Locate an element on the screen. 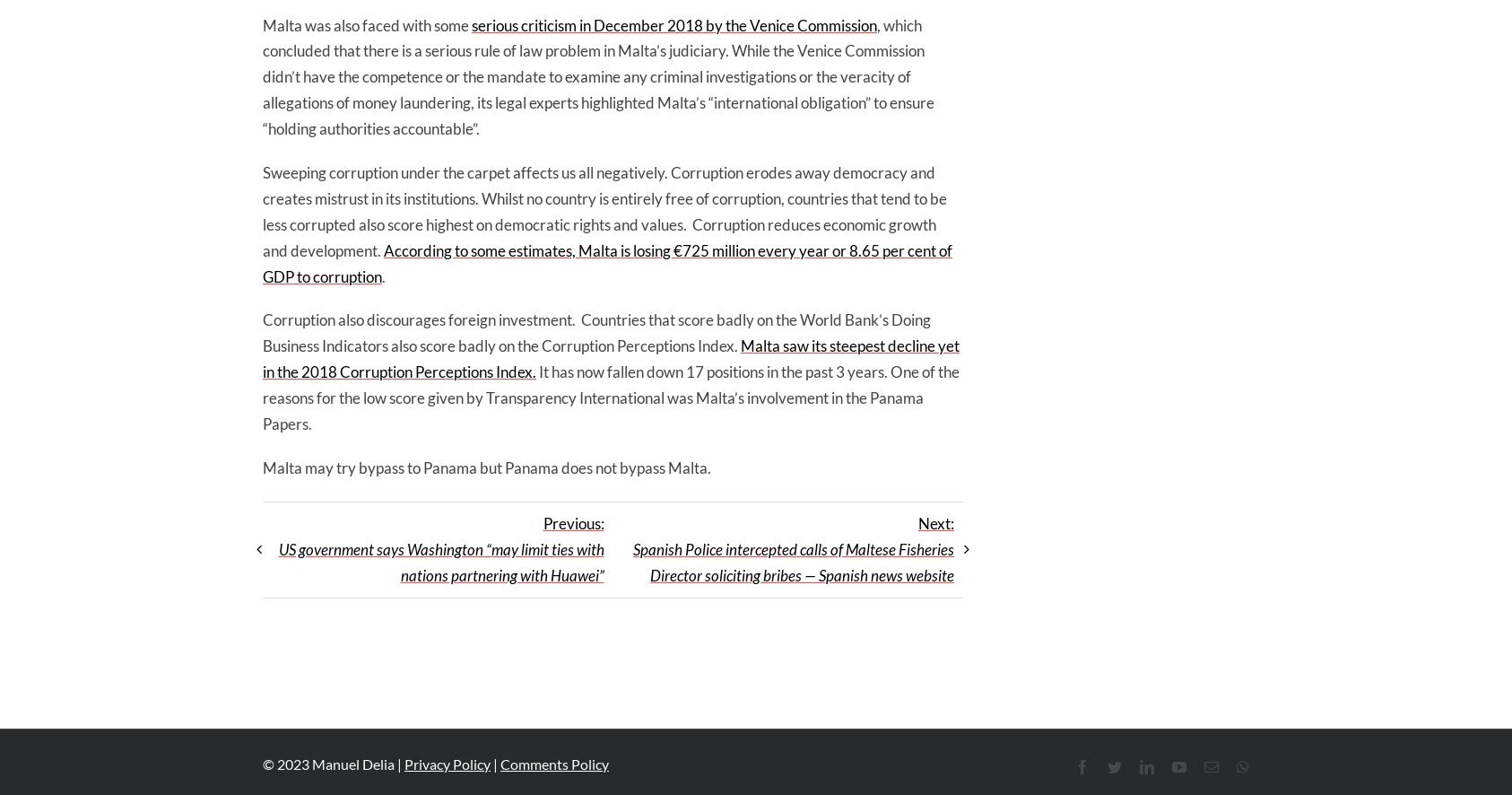  'According to some estimates, Malta is losing €725 million every year or 8.65 per cent of GDP to corruption' is located at coordinates (606, 263).